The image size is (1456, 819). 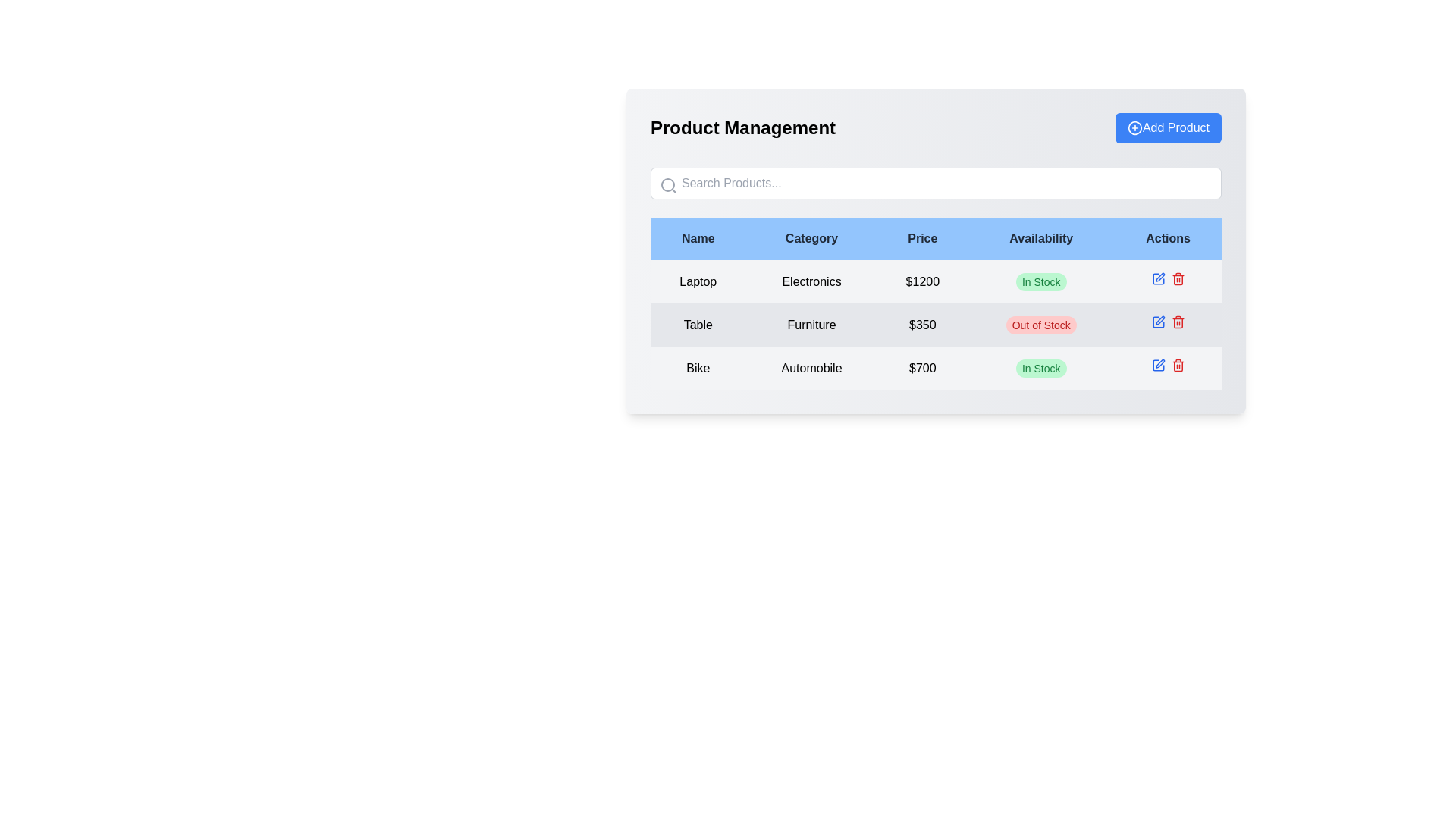 I want to click on displayed status of the 'Out of Stock' badge, which is a rectangular badge with a light red background and bold red text, located in the 'Availability' column of the second row of the table, so click(x=1040, y=324).